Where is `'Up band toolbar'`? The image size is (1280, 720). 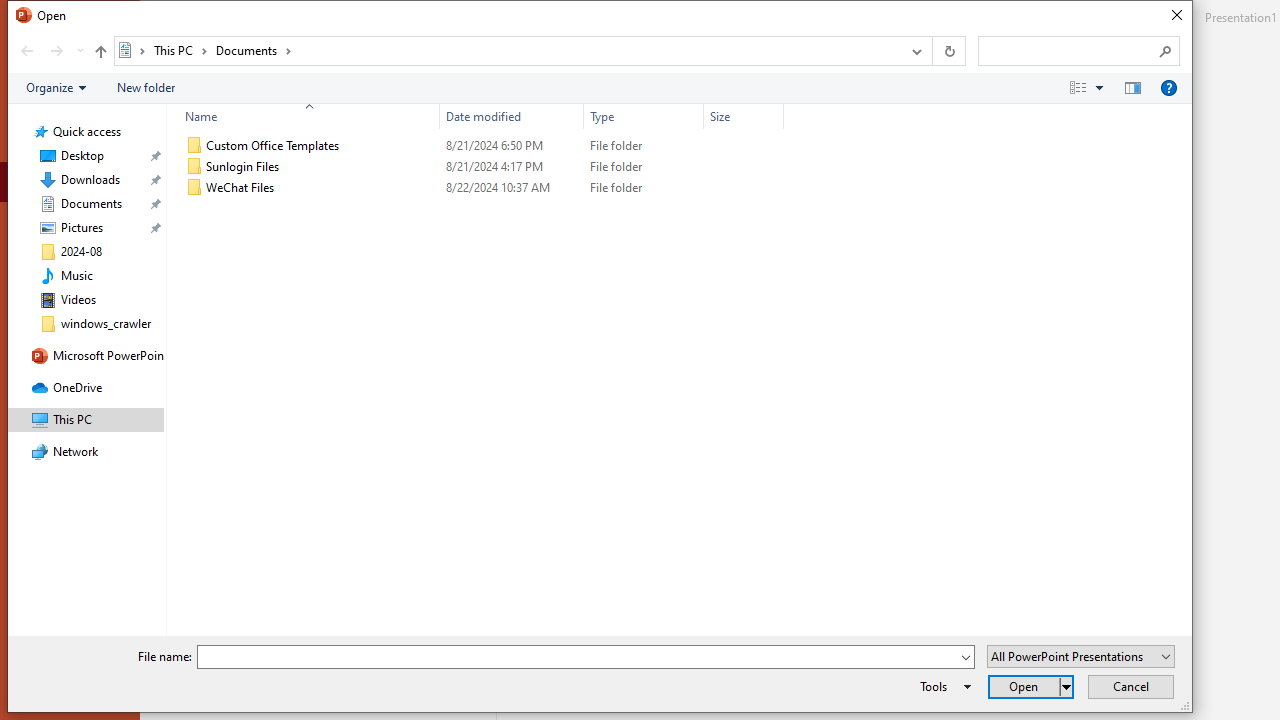 'Up band toolbar' is located at coordinates (100, 53).